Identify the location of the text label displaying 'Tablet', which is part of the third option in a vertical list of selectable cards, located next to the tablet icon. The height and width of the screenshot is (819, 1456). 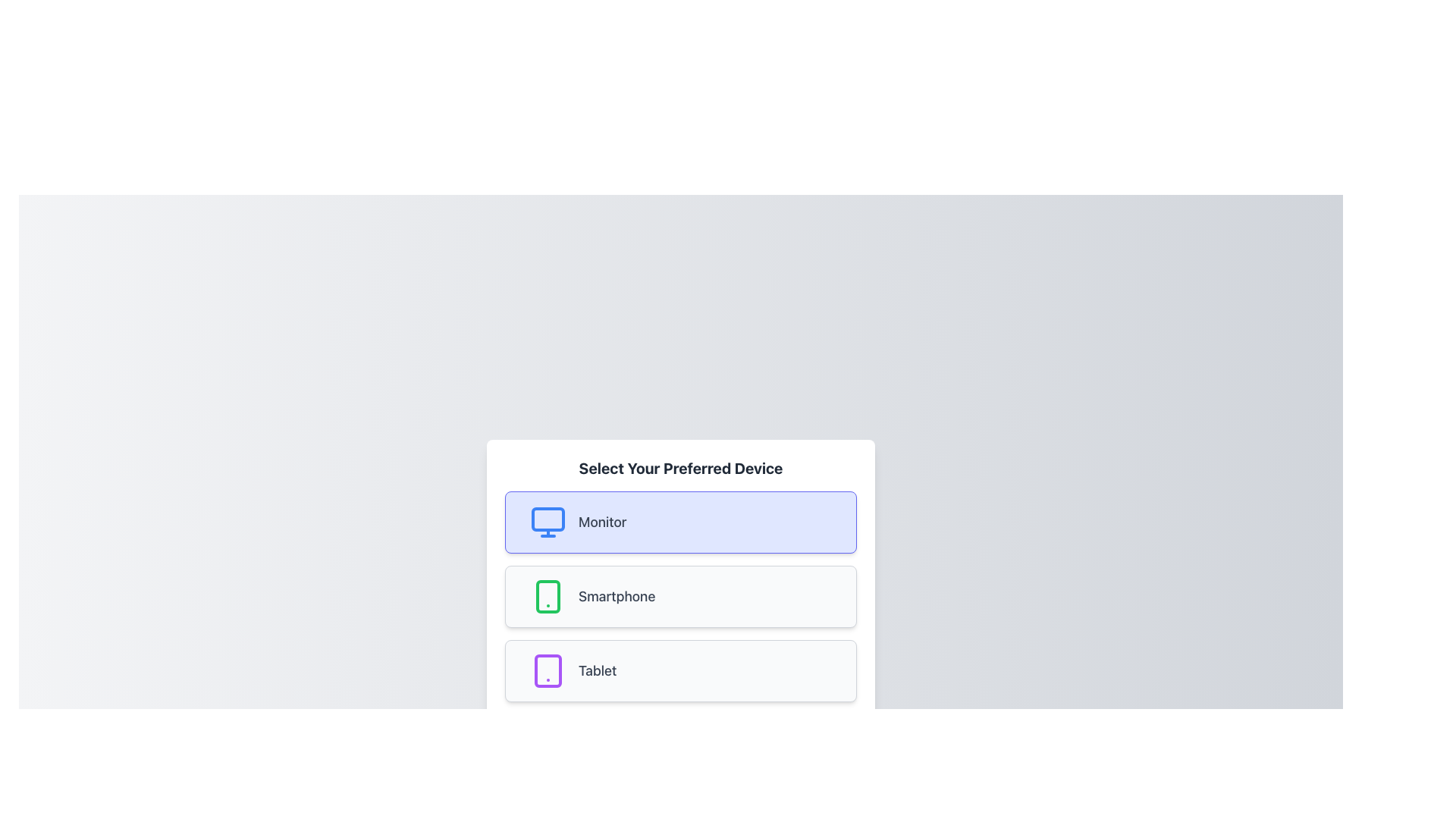
(597, 670).